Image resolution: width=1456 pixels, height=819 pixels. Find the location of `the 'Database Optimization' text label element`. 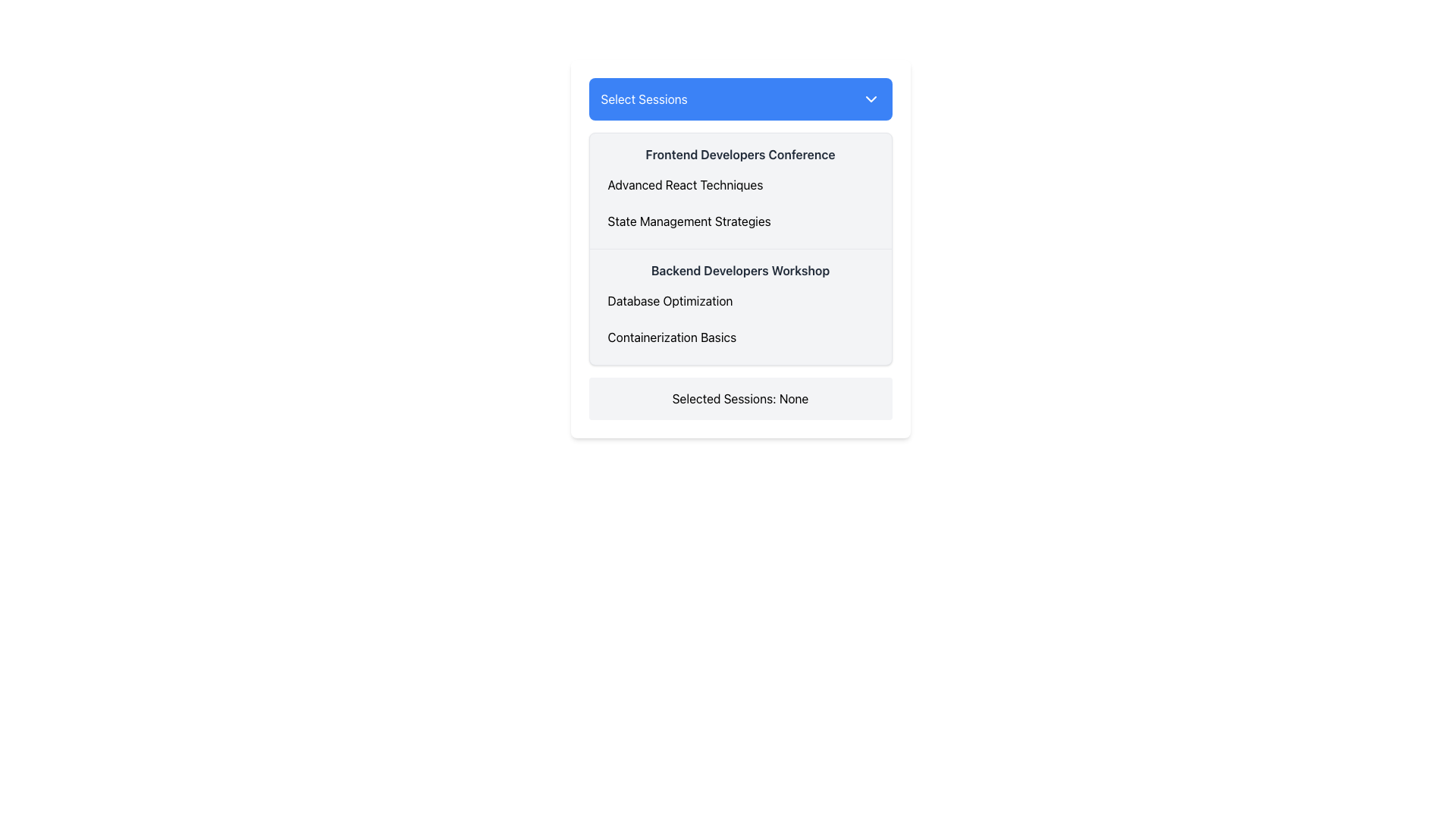

the 'Database Optimization' text label element is located at coordinates (669, 301).